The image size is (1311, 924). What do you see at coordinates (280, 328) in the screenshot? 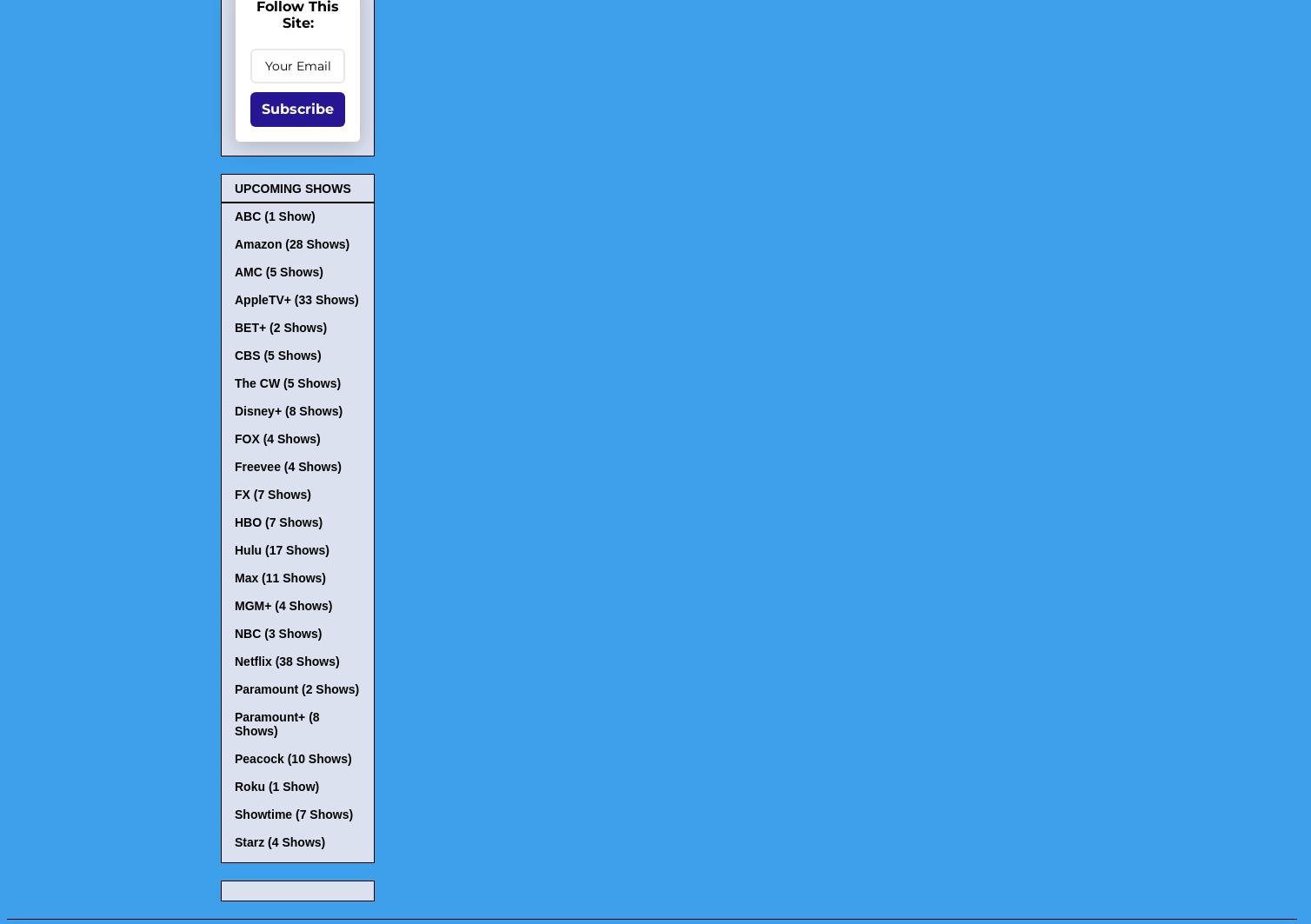
I see `'BET+ (2 Shows)'` at bounding box center [280, 328].